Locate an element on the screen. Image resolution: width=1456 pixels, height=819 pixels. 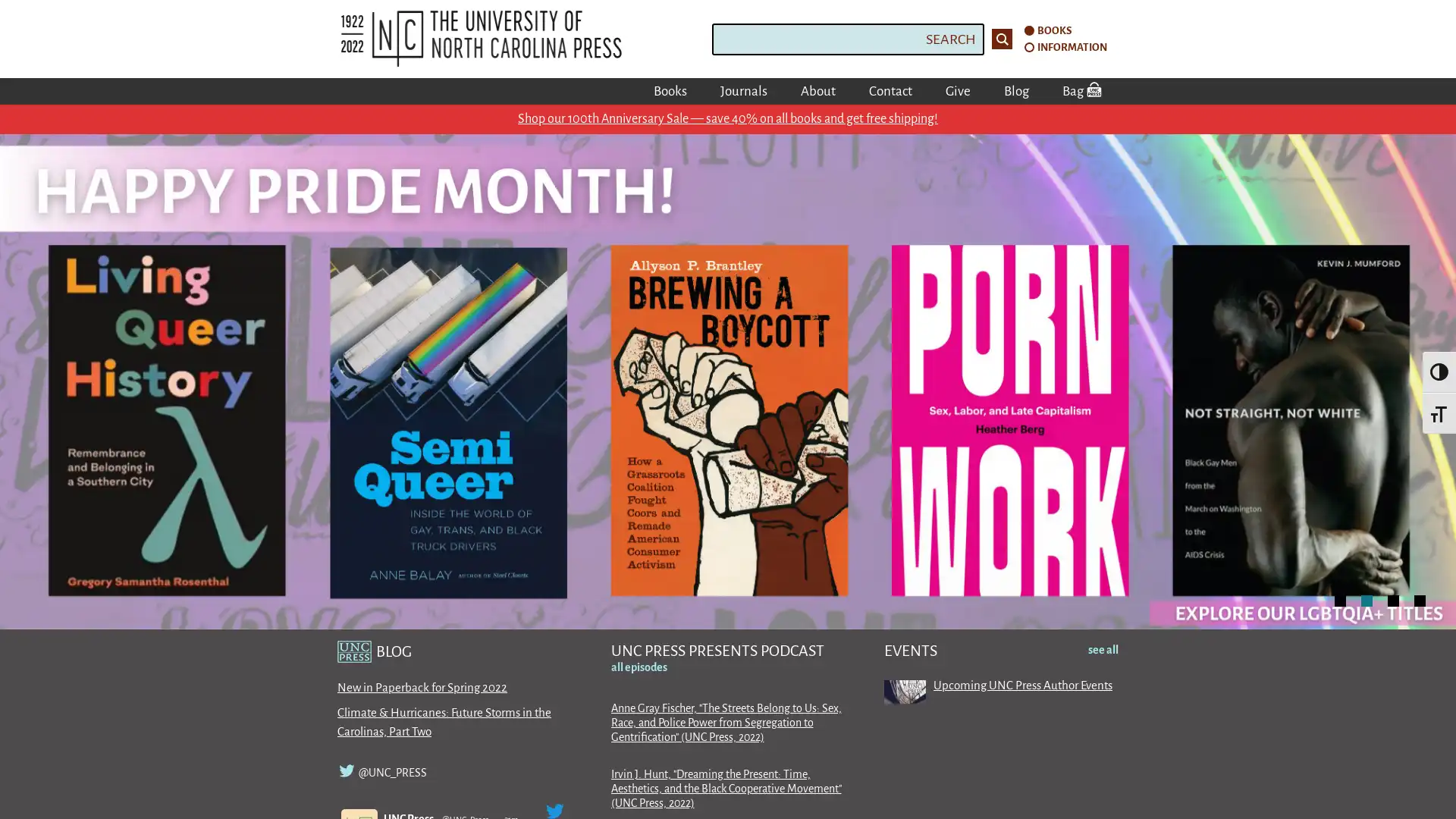
1 is located at coordinates (1340, 599).